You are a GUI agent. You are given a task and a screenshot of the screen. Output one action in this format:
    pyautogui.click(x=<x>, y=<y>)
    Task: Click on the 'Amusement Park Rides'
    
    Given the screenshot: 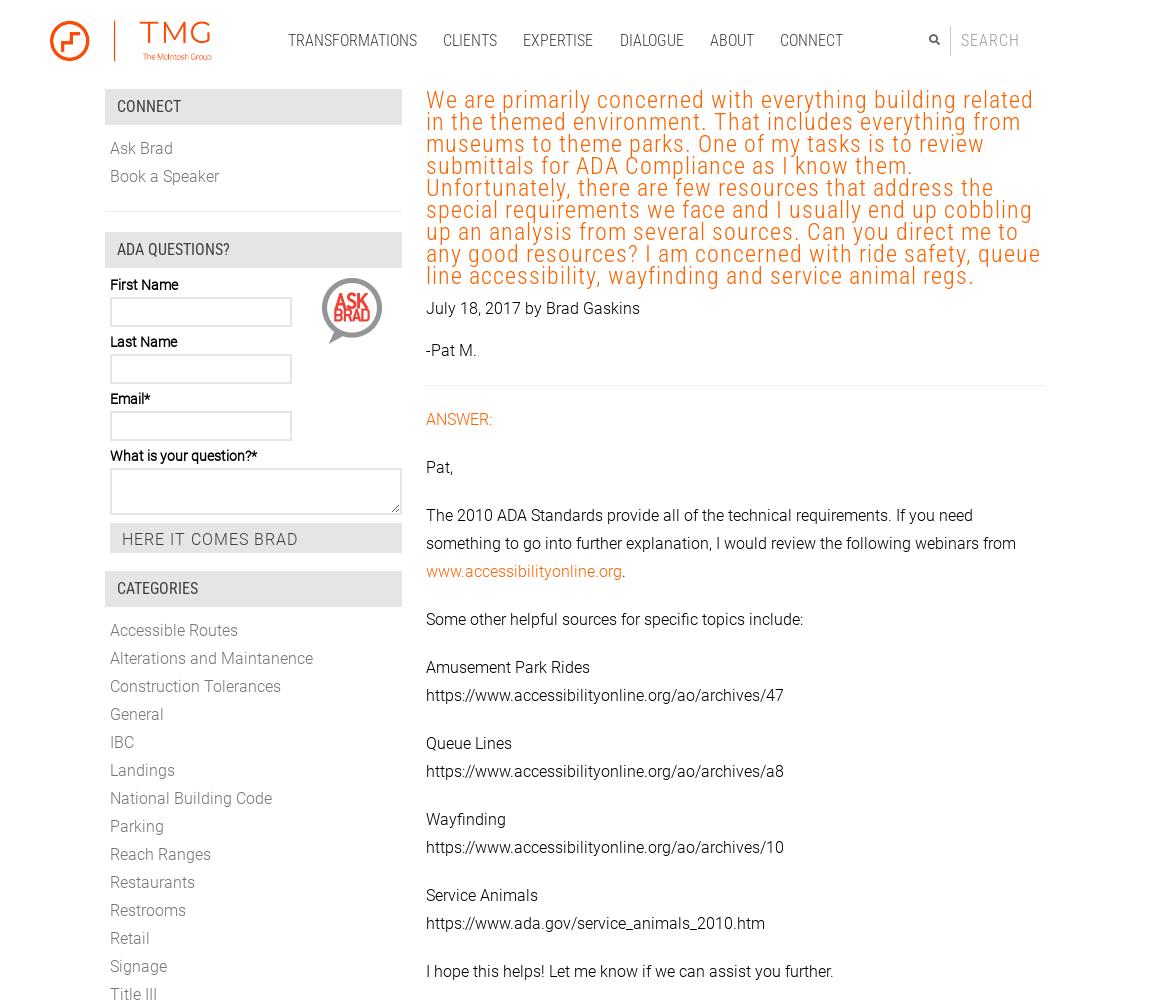 What is the action you would take?
    pyautogui.click(x=507, y=666)
    